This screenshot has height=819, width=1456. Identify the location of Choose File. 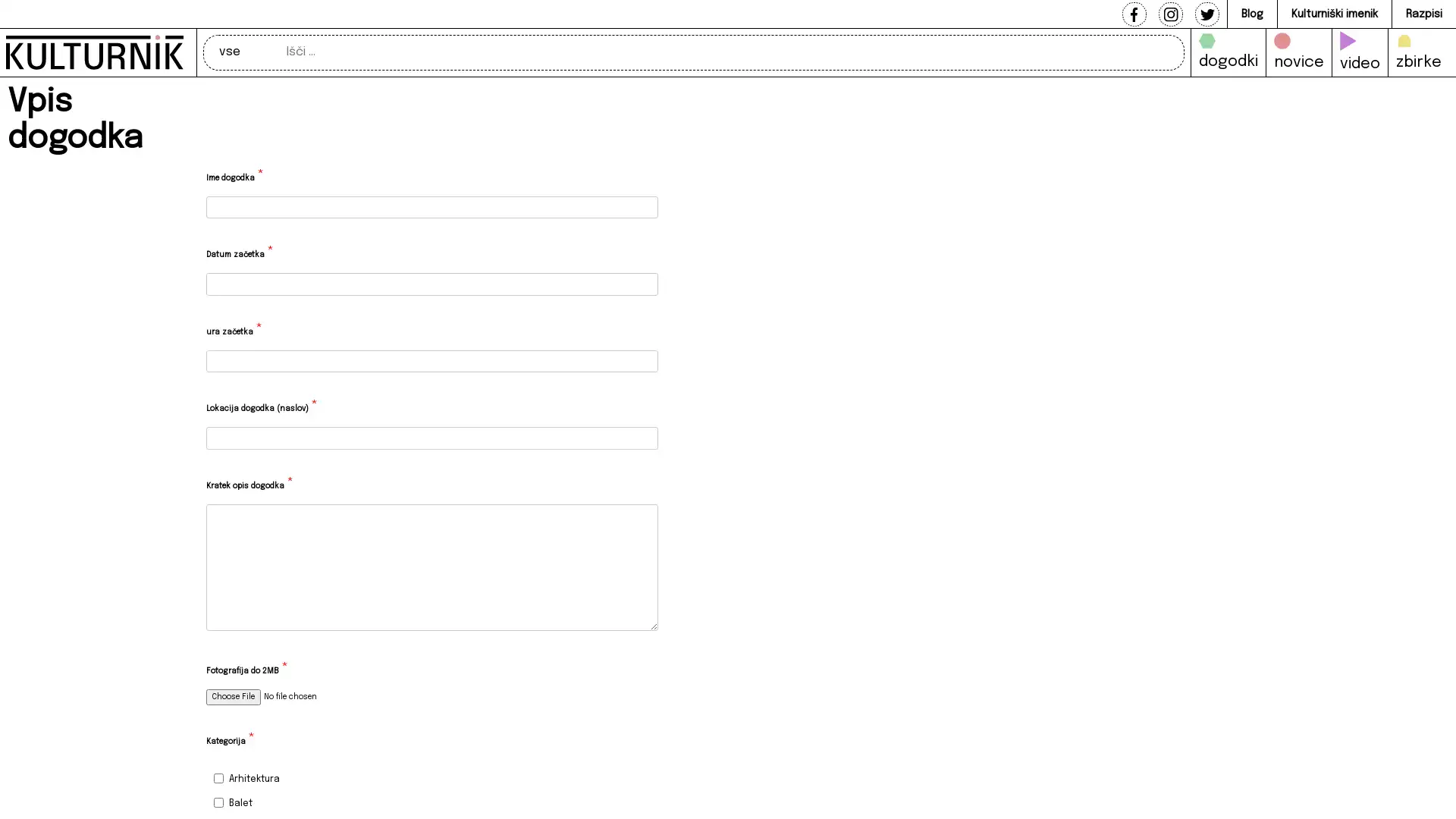
(232, 696).